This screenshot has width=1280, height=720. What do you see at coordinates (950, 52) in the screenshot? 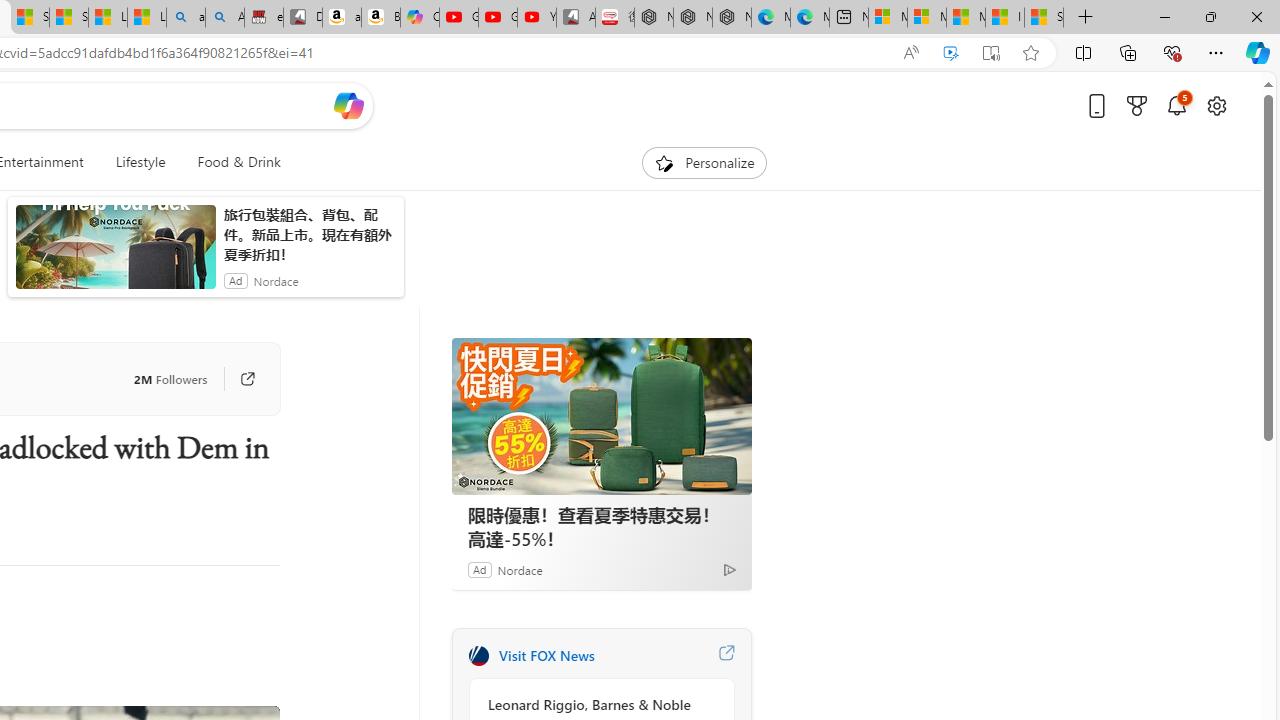
I see `'Enhance video'` at bounding box center [950, 52].